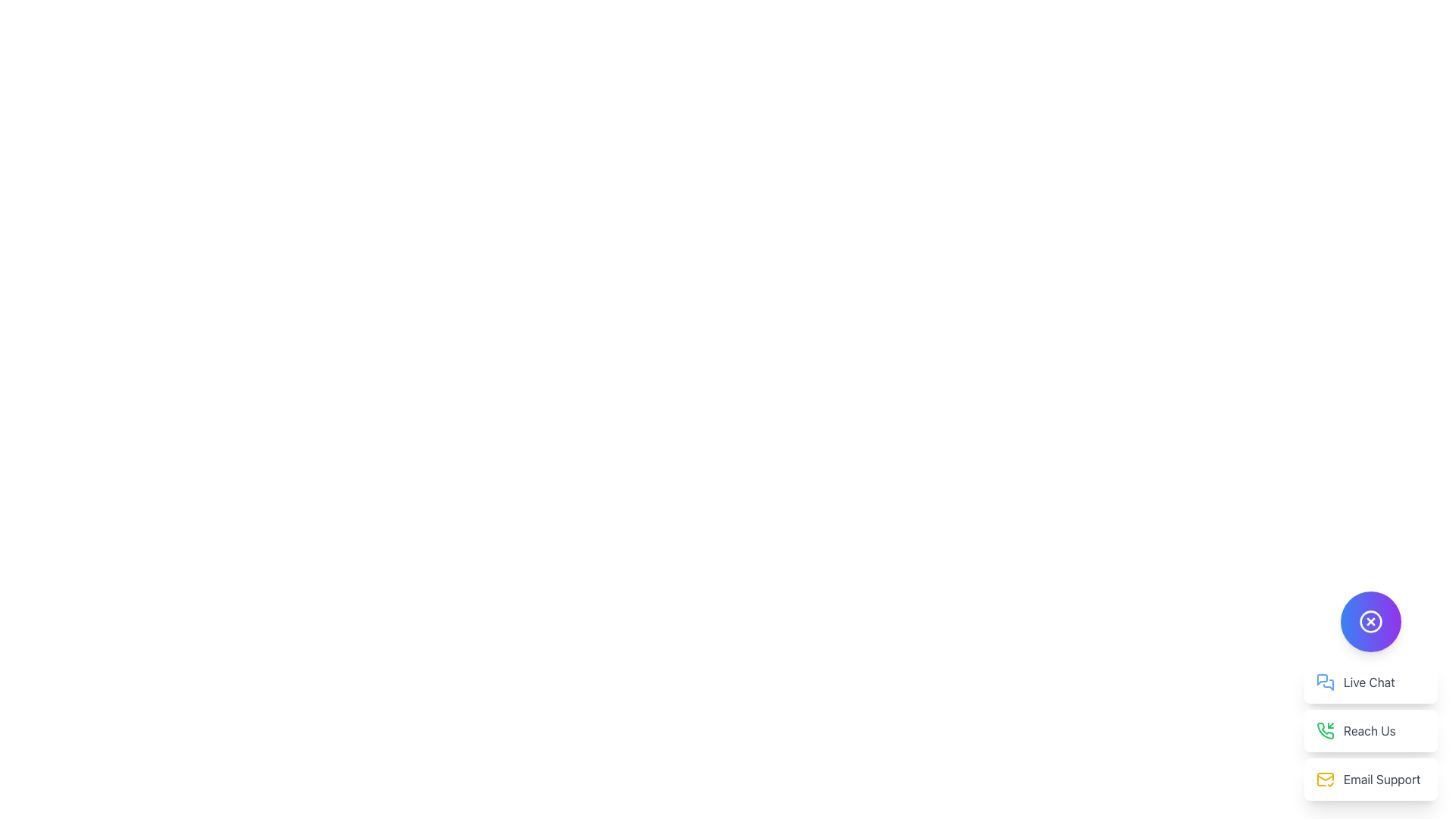 This screenshot has height=819, width=1456. I want to click on the 'Email Support' text element, which is styled with a gray color and positioned to the right of a yellow mail icon, located in a white box with rounded corners in the bottom-right corner of the interface, so click(1382, 780).